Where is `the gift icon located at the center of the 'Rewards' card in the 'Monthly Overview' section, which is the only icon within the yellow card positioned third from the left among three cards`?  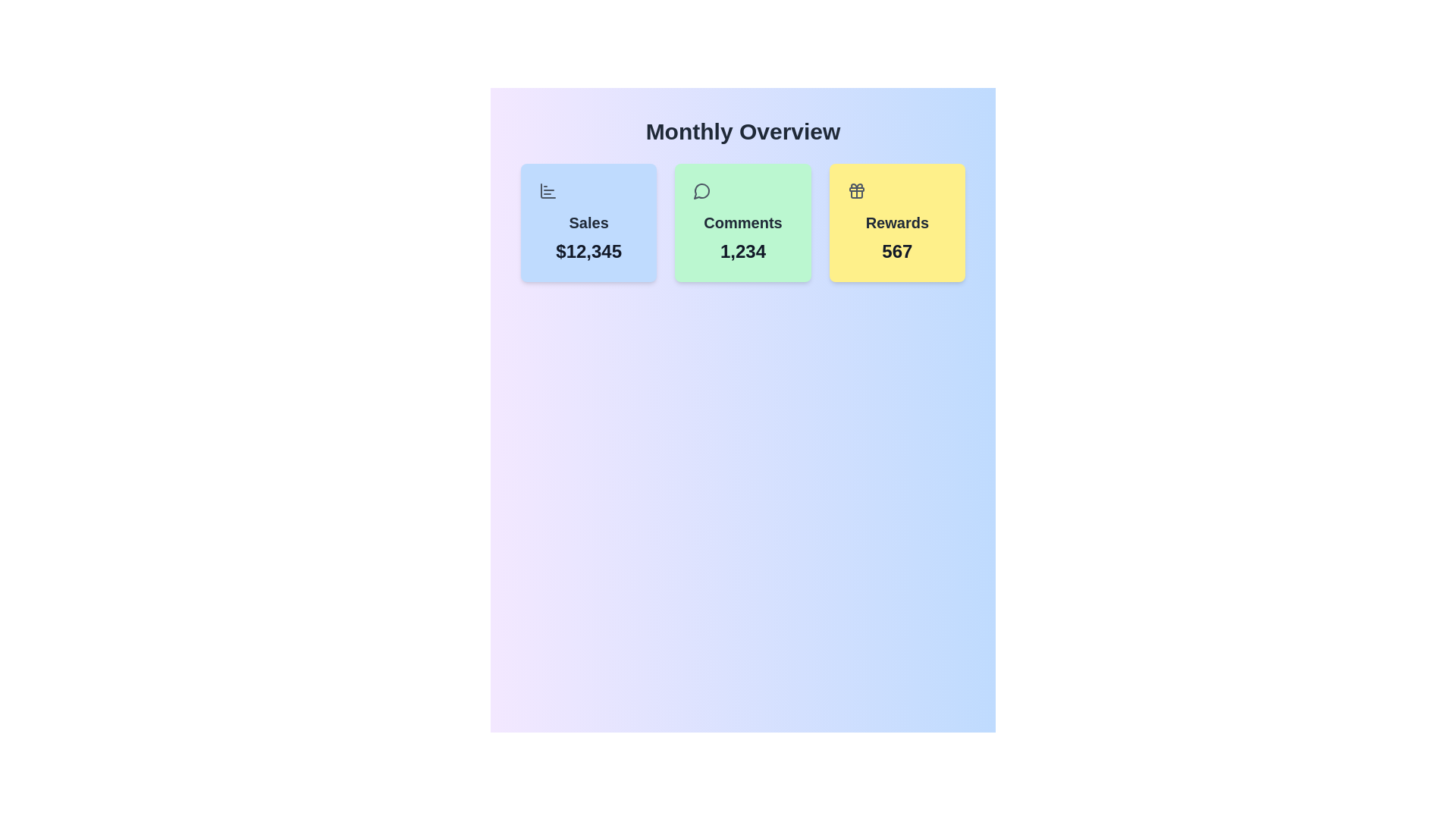 the gift icon located at the center of the 'Rewards' card in the 'Monthly Overview' section, which is the only icon within the yellow card positioned third from the left among three cards is located at coordinates (856, 190).